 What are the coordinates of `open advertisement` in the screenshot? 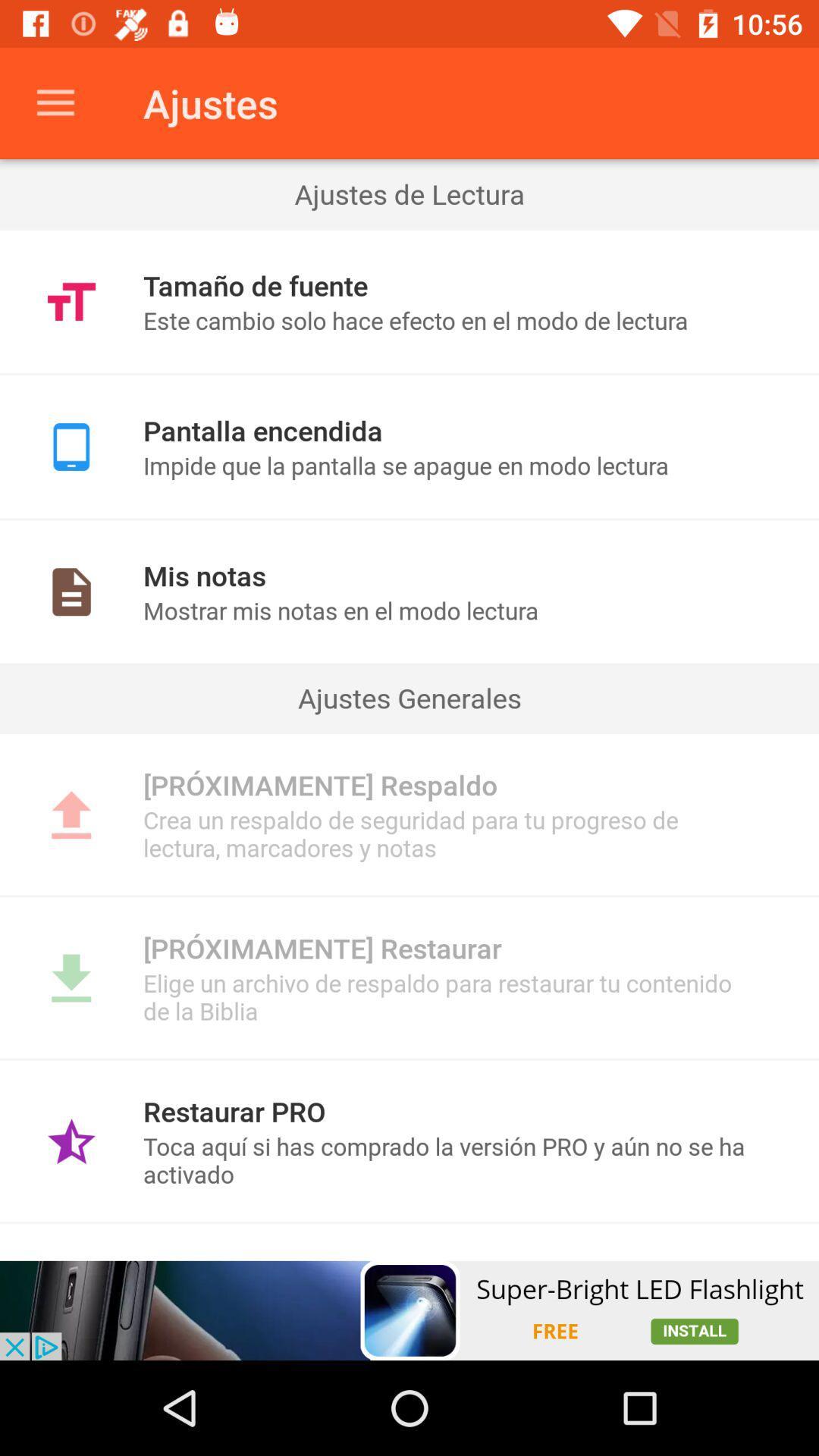 It's located at (409, 1310).